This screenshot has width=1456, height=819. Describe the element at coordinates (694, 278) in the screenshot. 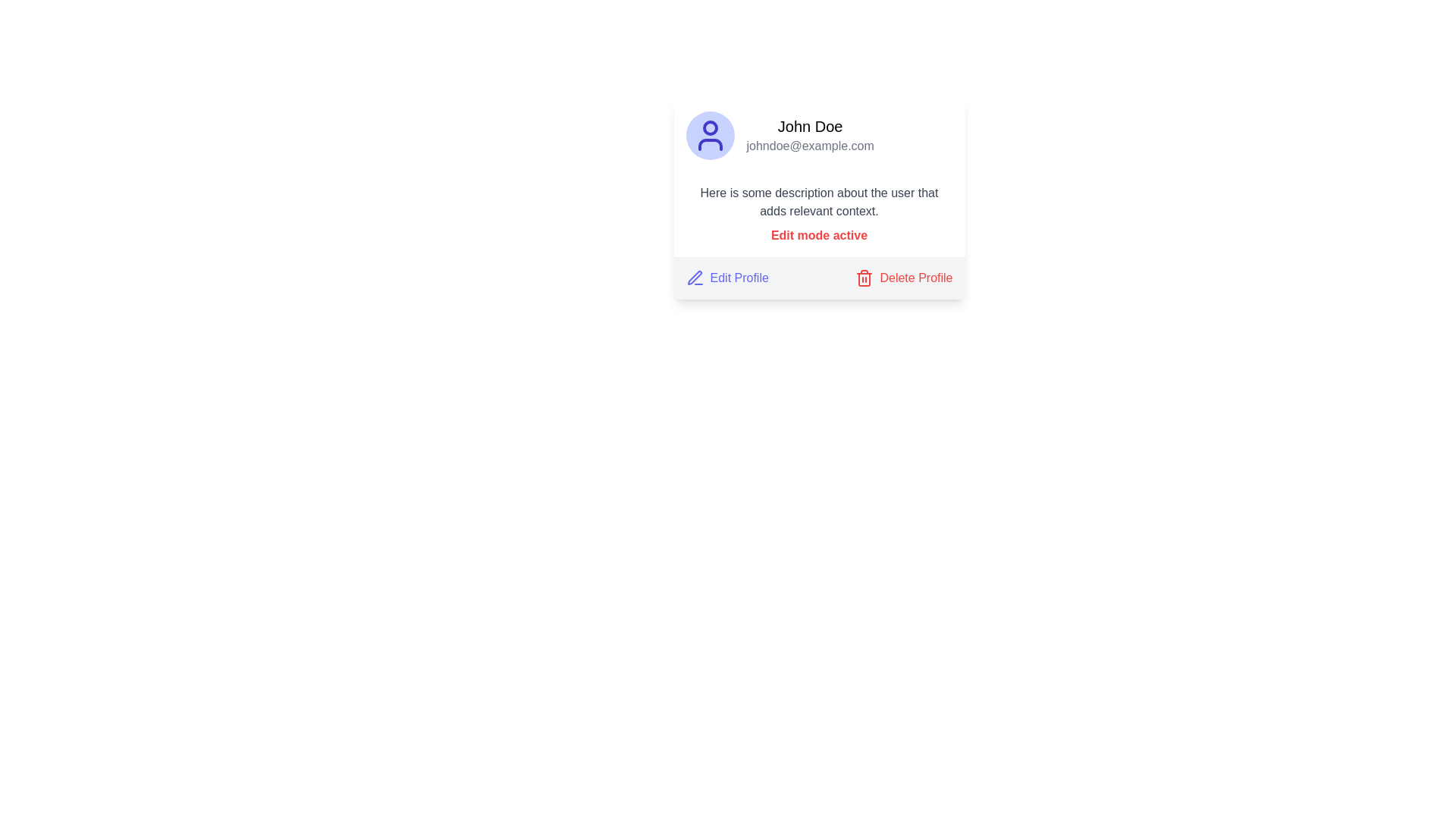

I see `the decorative pen icon that visually represents the editing feature next to the 'Edit Profile' button` at that location.